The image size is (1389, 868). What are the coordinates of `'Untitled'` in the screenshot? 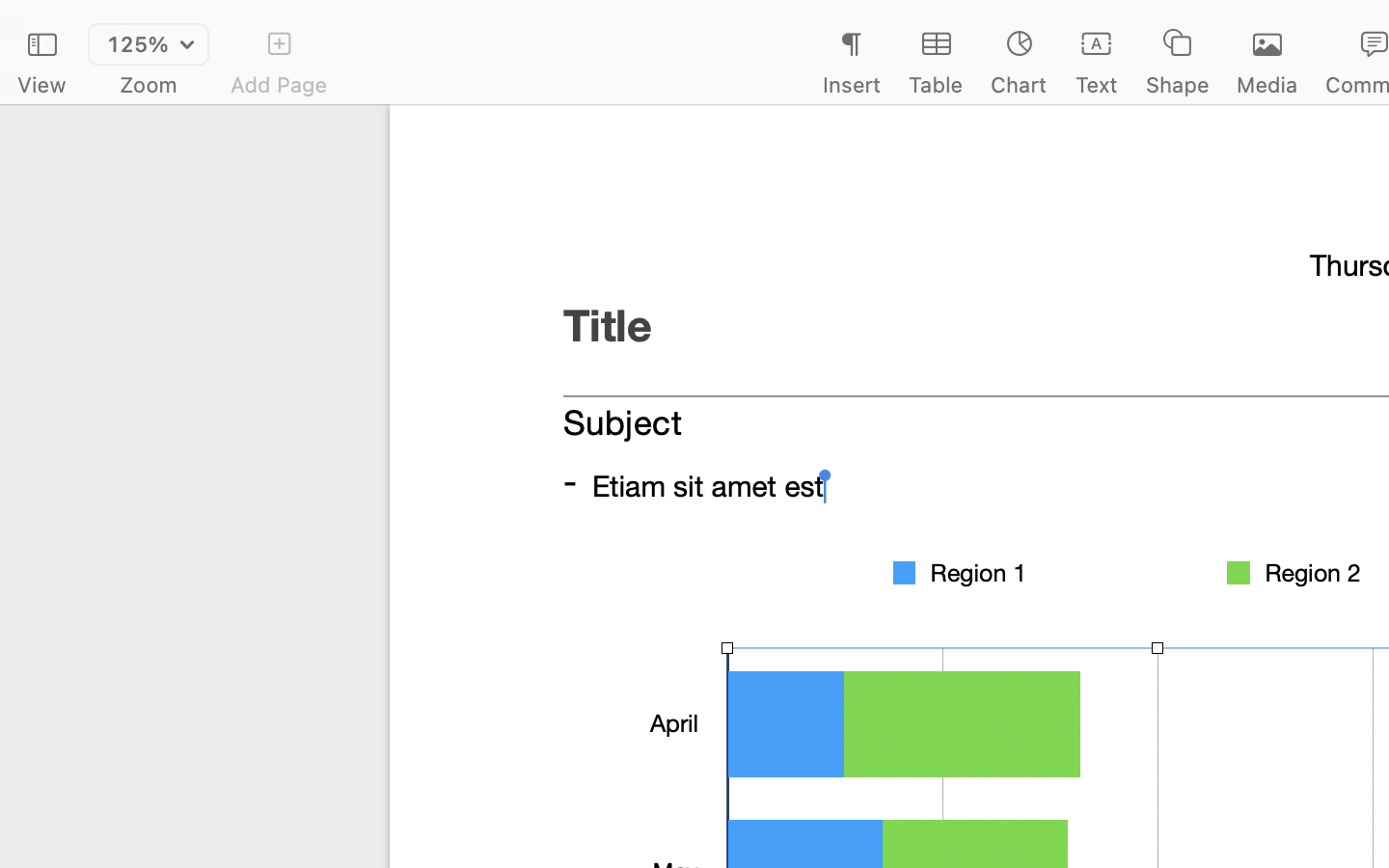 It's located at (1334, 24).